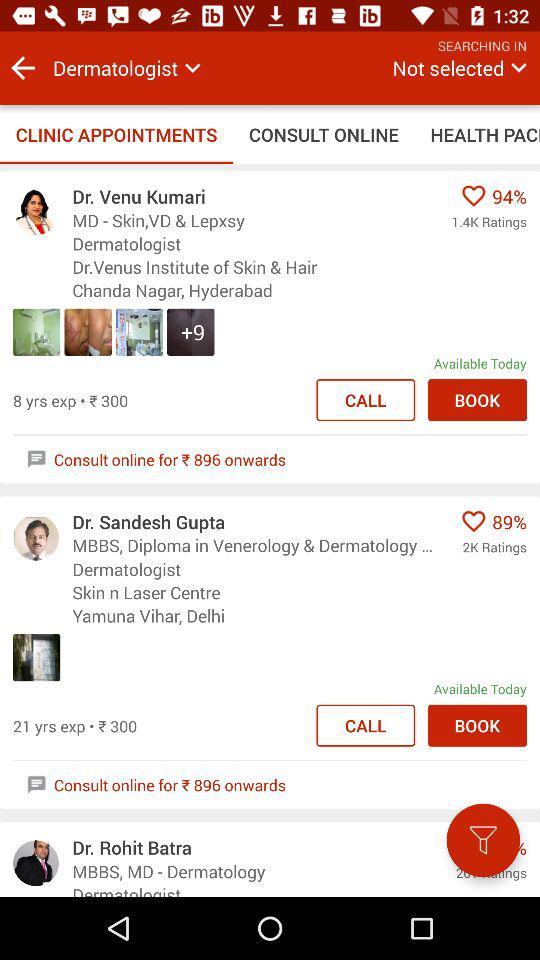 The height and width of the screenshot is (960, 540). Describe the element at coordinates (22, 68) in the screenshot. I see `return to previous screen` at that location.